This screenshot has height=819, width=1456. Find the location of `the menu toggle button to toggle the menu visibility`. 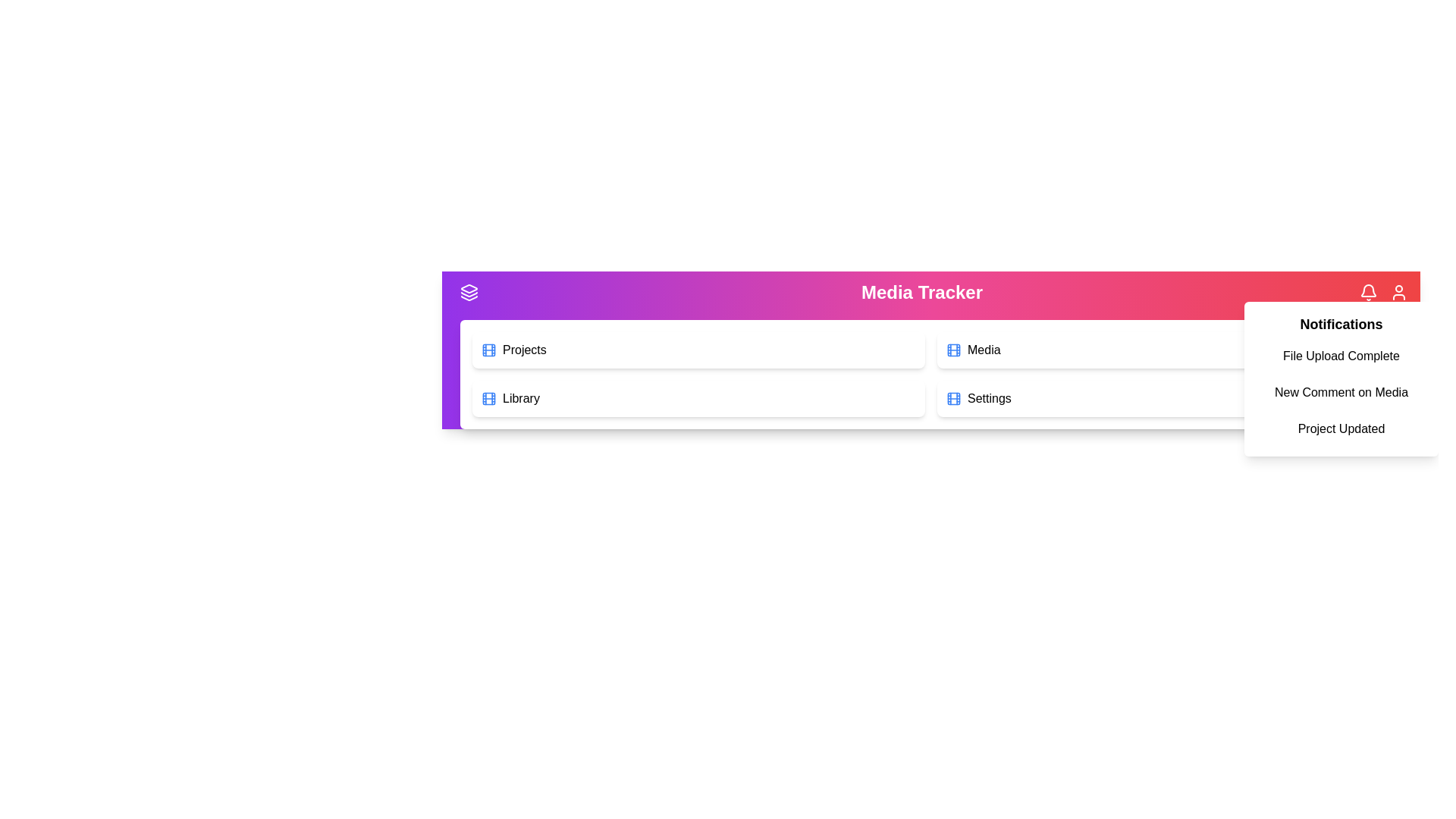

the menu toggle button to toggle the menu visibility is located at coordinates (469, 292).